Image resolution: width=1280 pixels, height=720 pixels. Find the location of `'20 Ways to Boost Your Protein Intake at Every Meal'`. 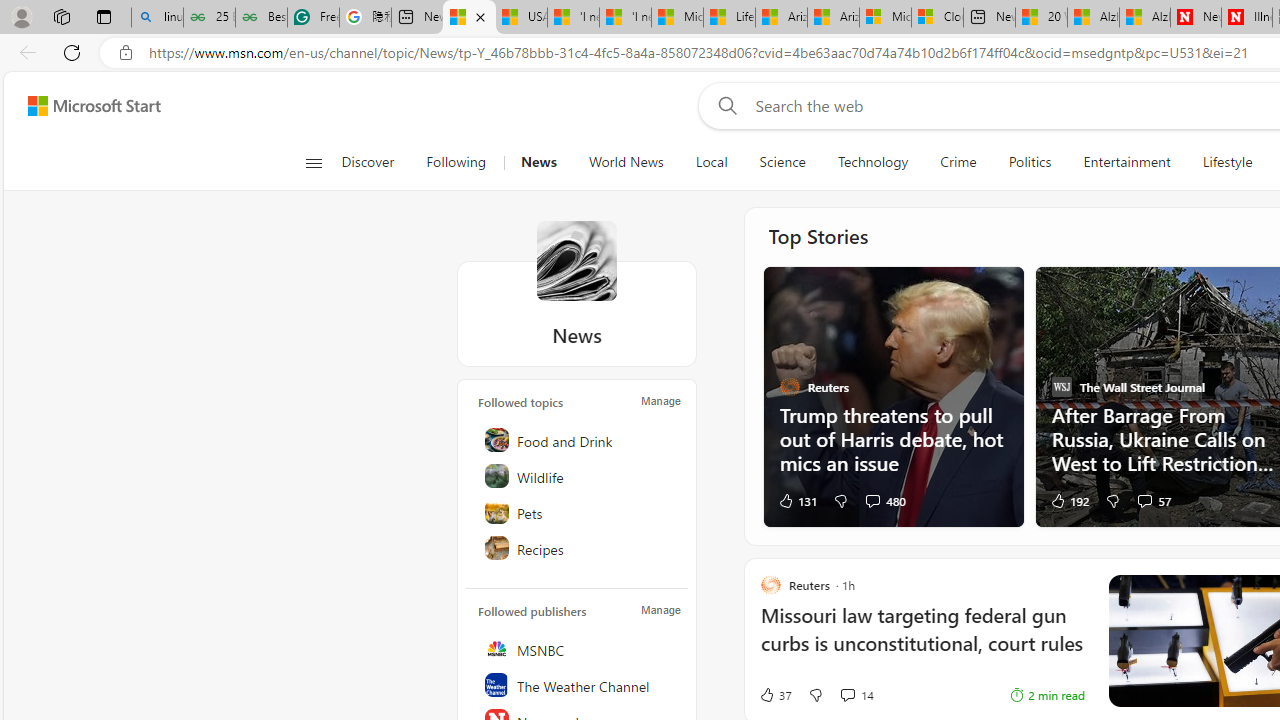

'20 Ways to Boost Your Protein Intake at Every Meal' is located at coordinates (1040, 17).